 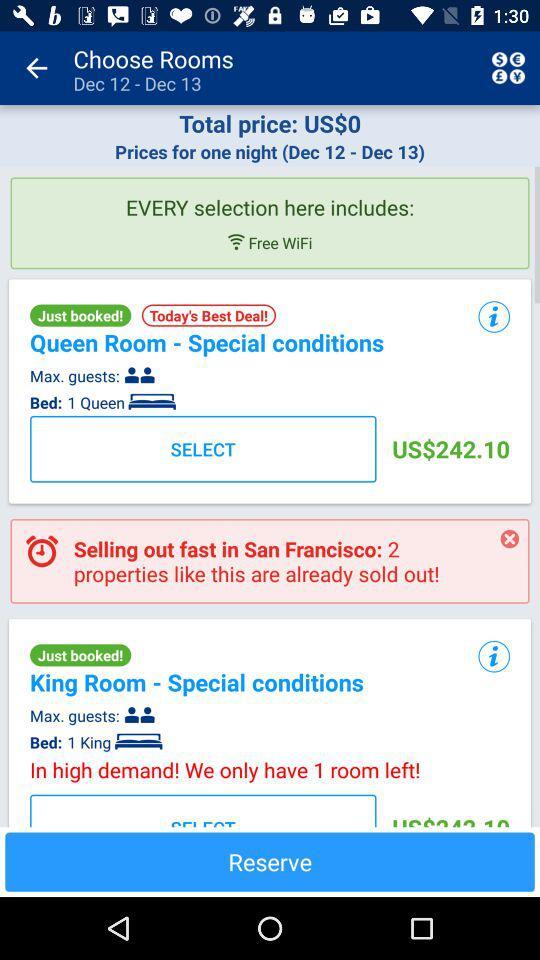 What do you see at coordinates (114, 741) in the screenshot?
I see `app to the right of bed: app` at bounding box center [114, 741].